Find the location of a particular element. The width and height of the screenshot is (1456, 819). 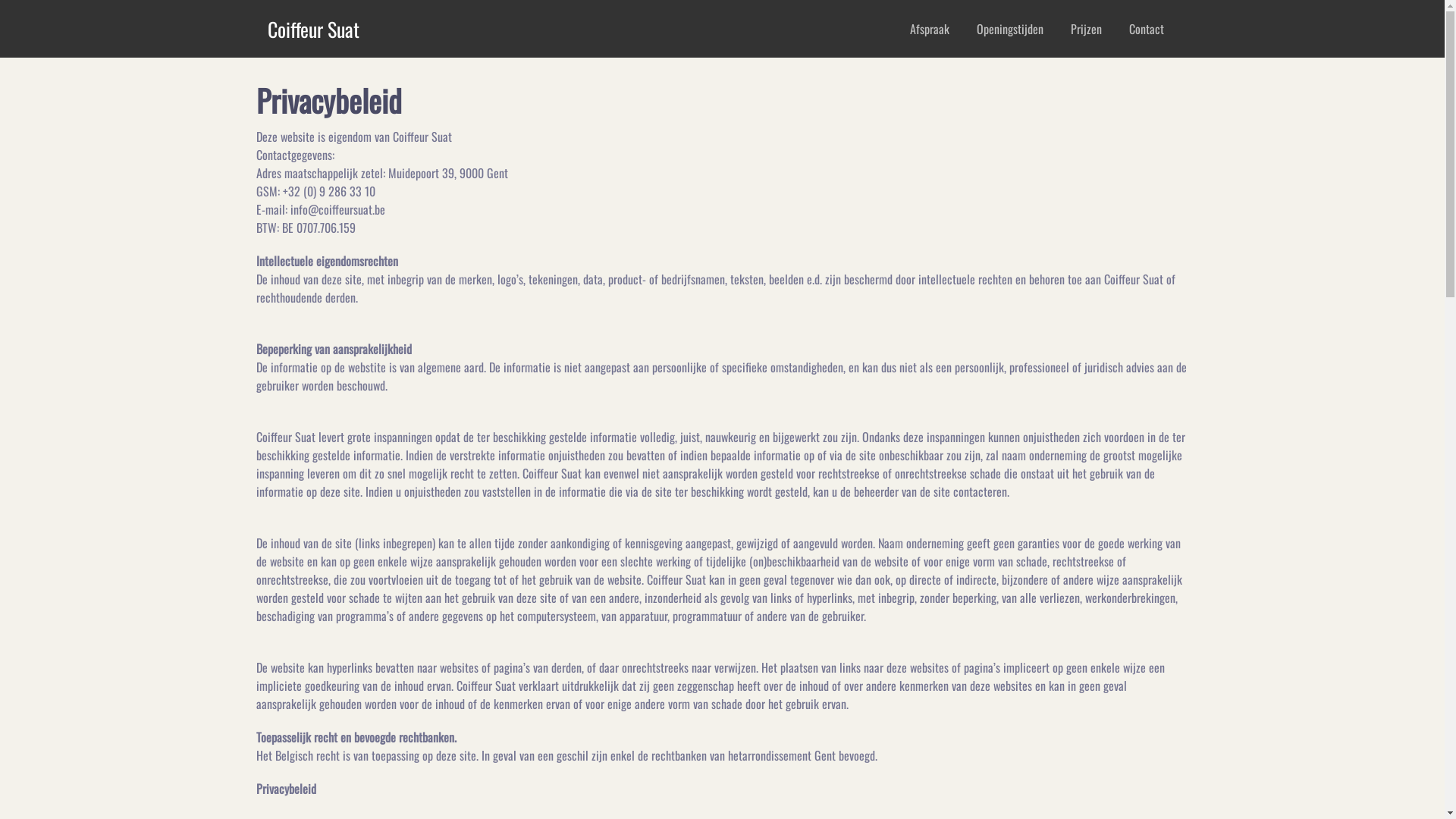

'Openingstijden' is located at coordinates (1010, 29).